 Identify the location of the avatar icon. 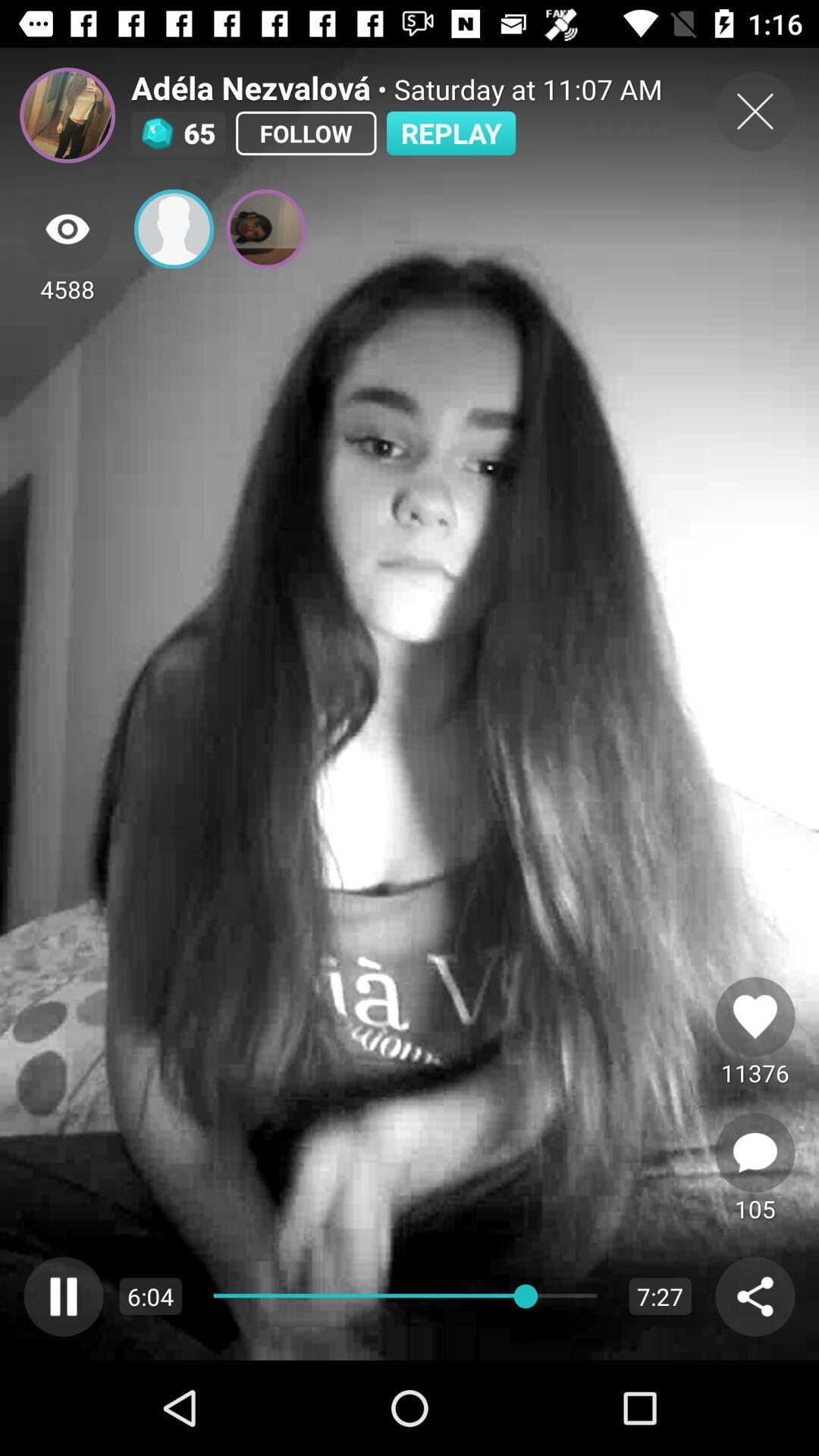
(67, 115).